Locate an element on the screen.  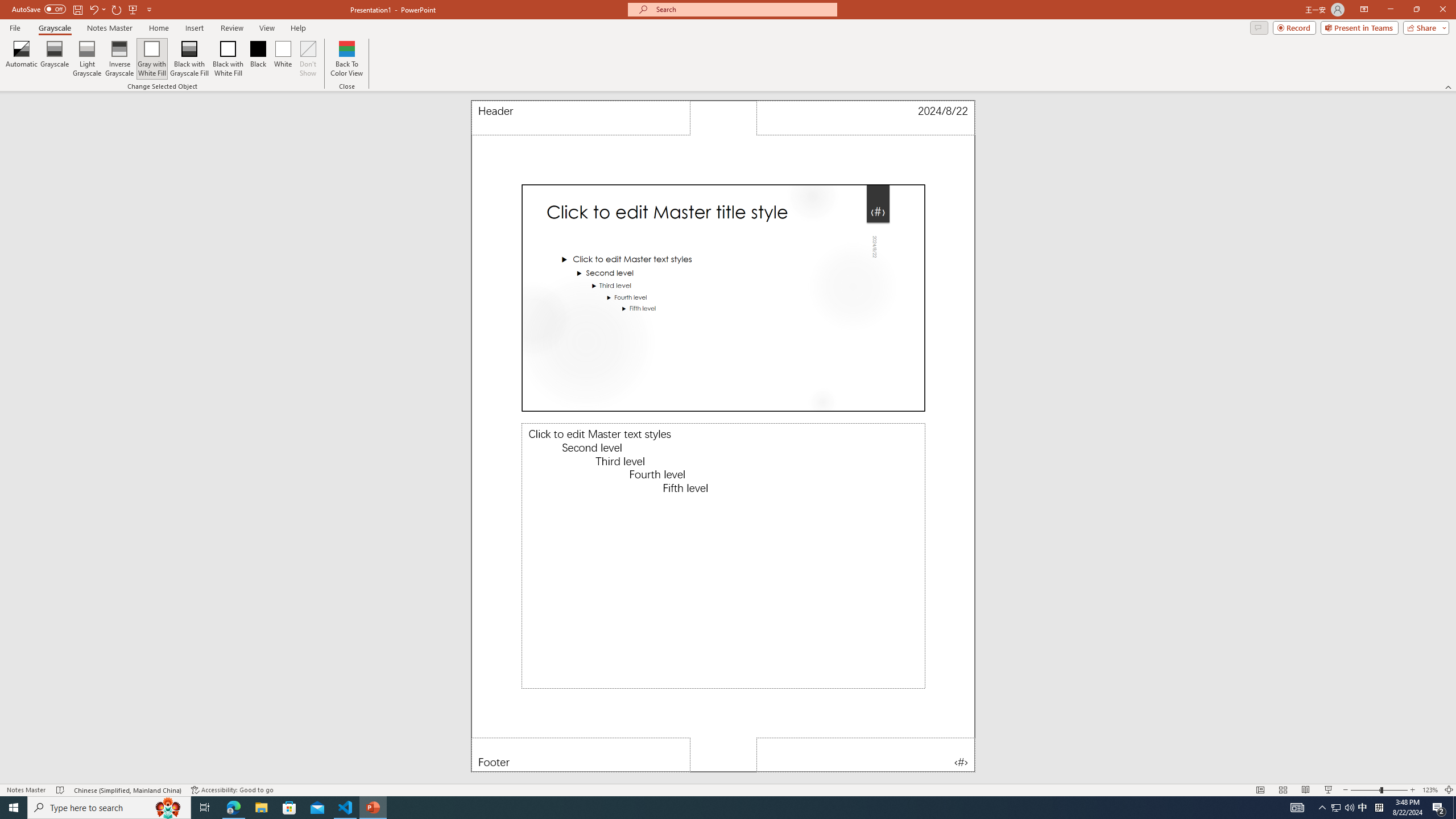
'Notes Master' is located at coordinates (109, 28).